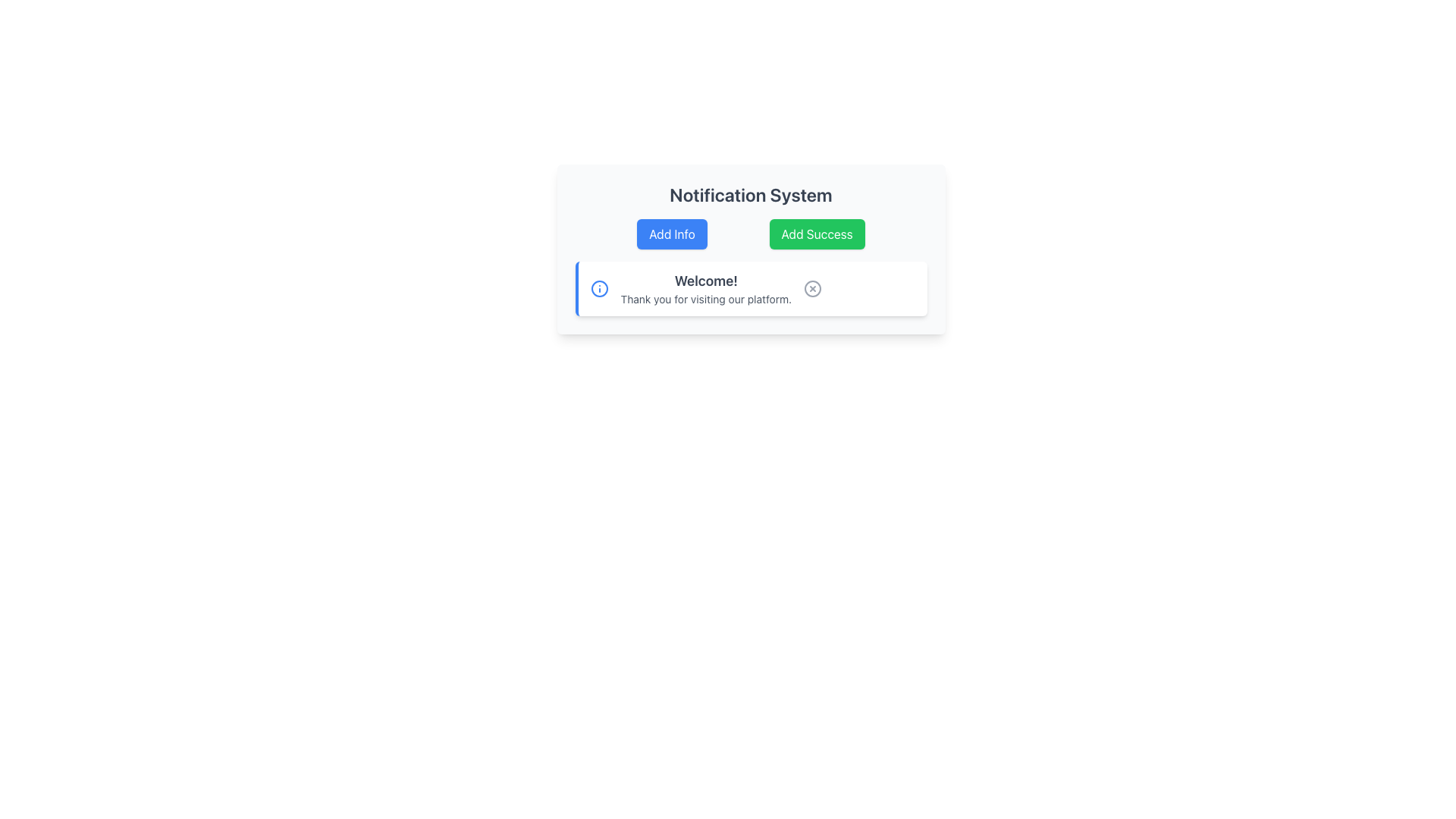  What do you see at coordinates (598, 289) in the screenshot?
I see `the SVG Circle element that is part of the notification bar icon, positioned before the text 'Welcome!'` at bounding box center [598, 289].